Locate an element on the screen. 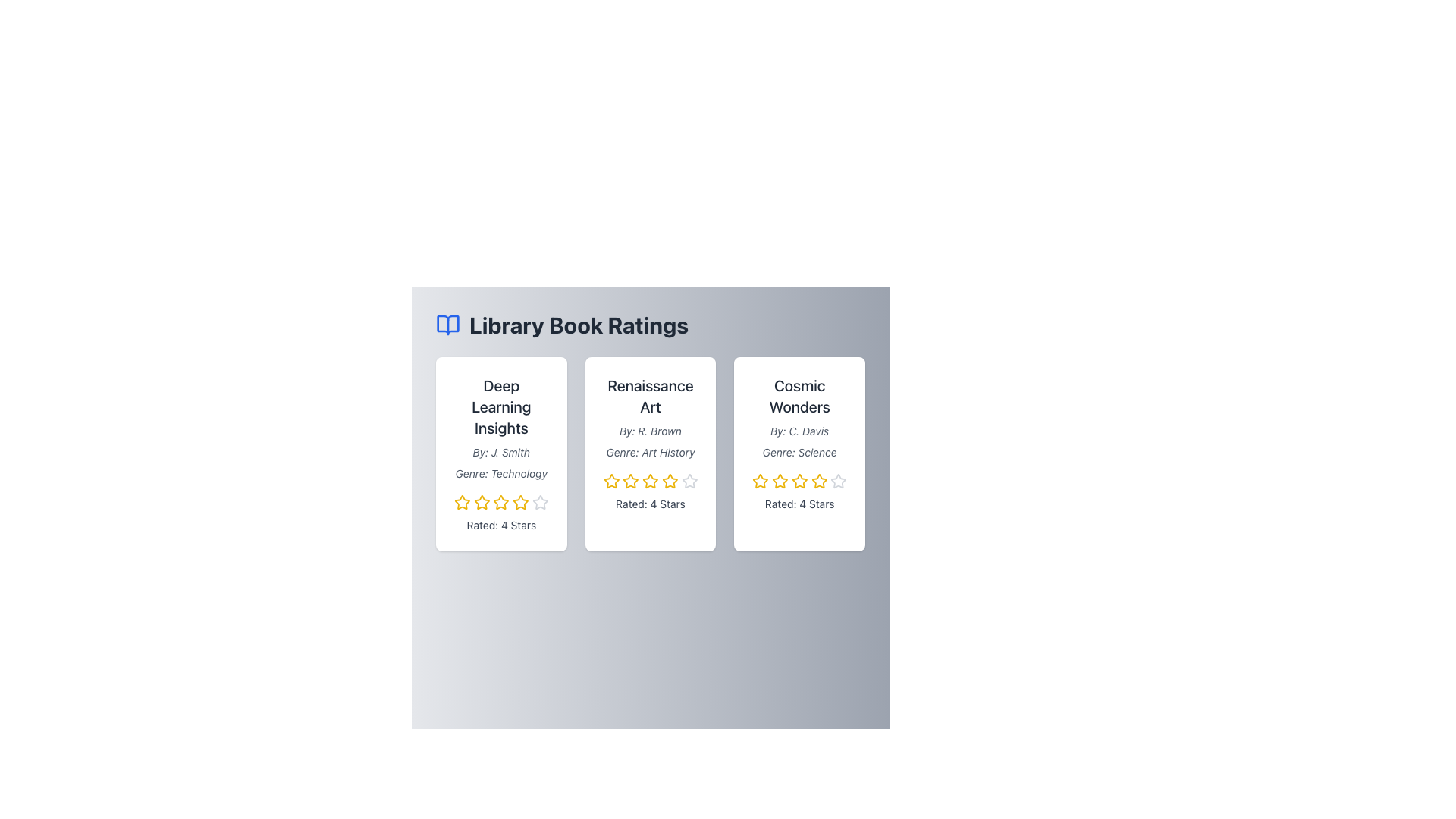 The width and height of the screenshot is (1456, 819). the text element displaying 'Library Book Ratings' in bold and large dark gray font at the top center of the interface is located at coordinates (578, 324).